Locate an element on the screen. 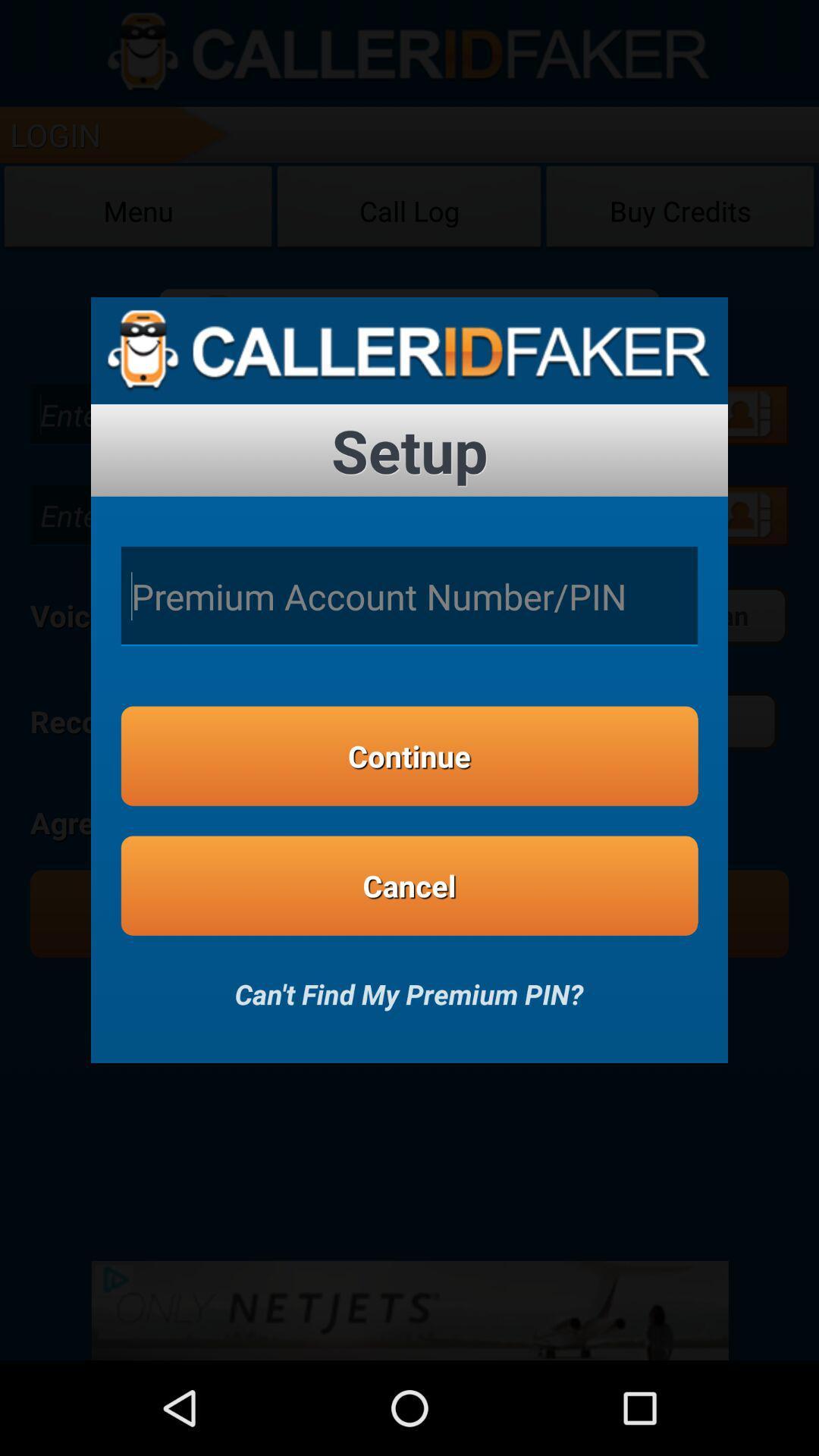 The width and height of the screenshot is (819, 1456). icon above can t find is located at coordinates (409, 886).